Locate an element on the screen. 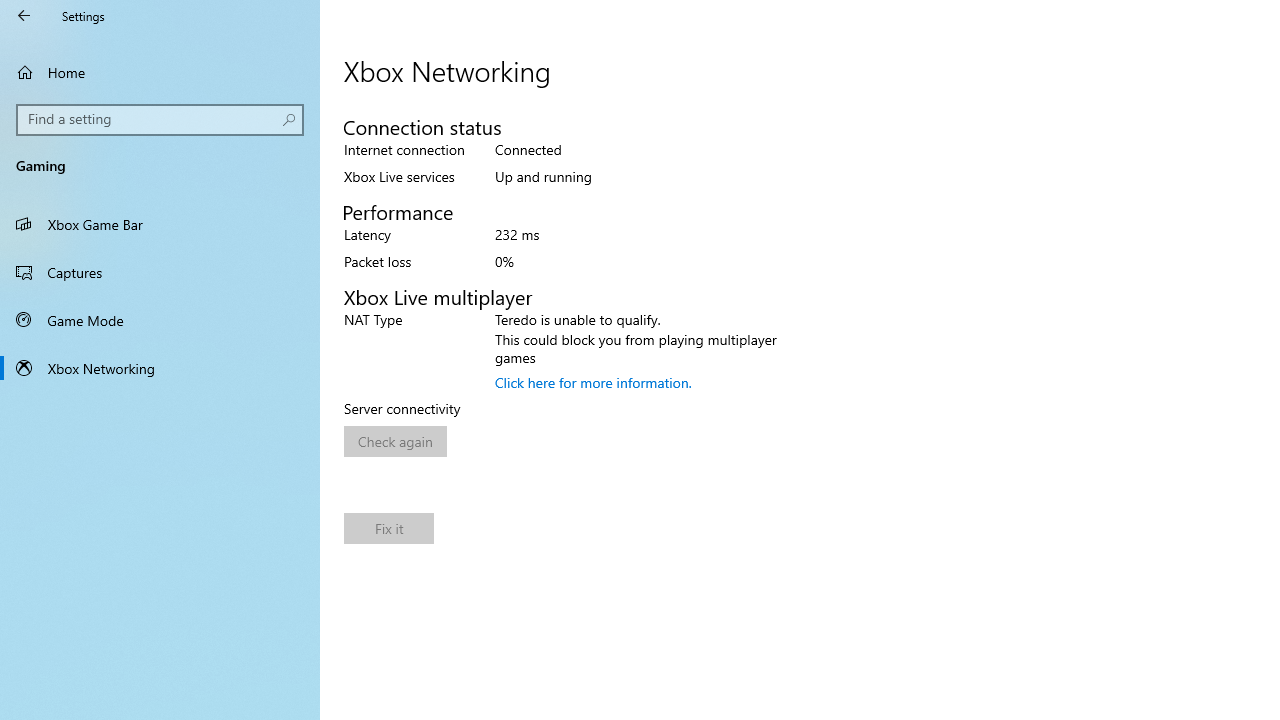  'Xbox Networking' is located at coordinates (160, 367).